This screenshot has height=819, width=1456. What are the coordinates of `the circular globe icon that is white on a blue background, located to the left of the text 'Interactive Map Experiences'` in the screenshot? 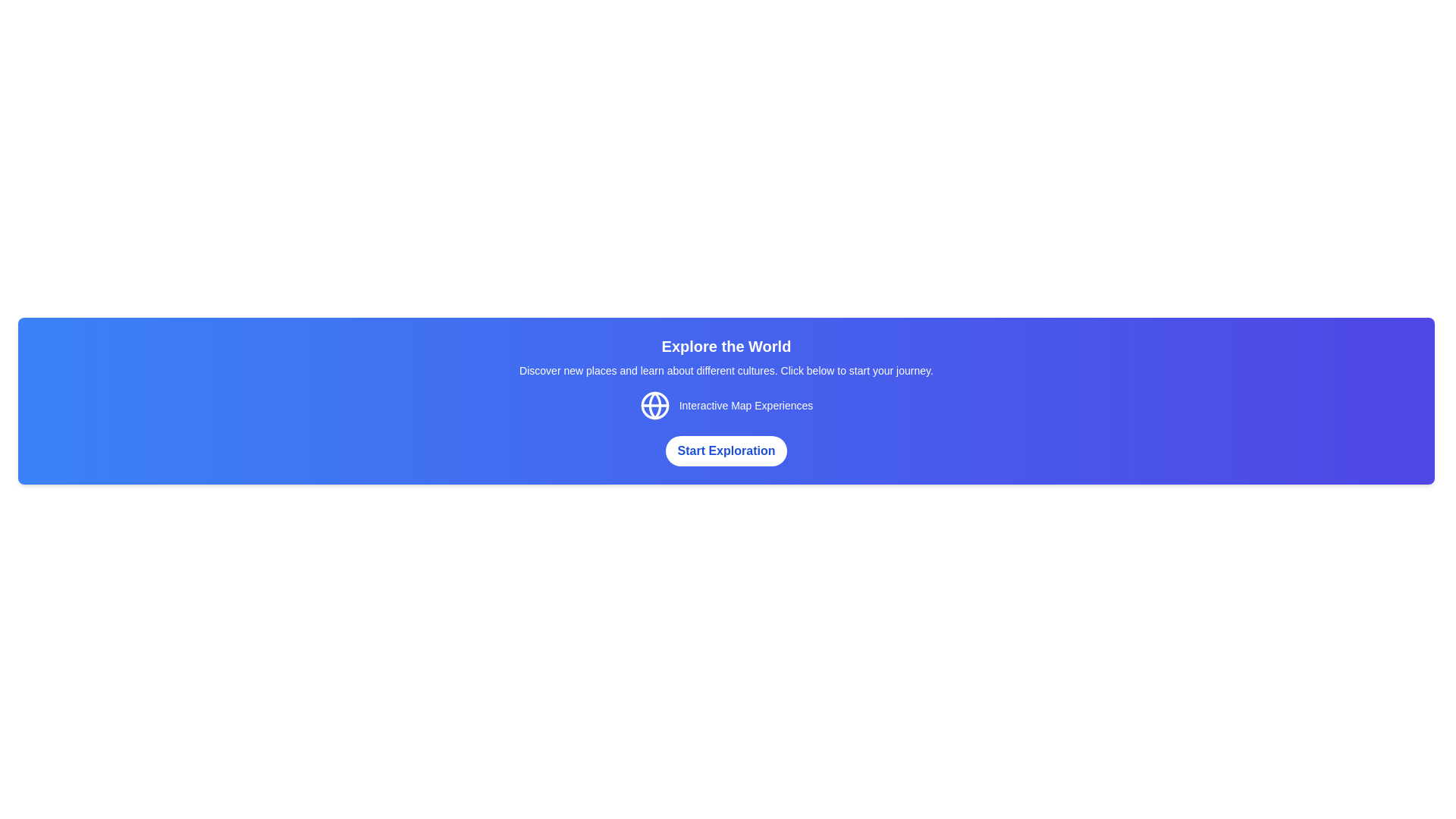 It's located at (654, 405).